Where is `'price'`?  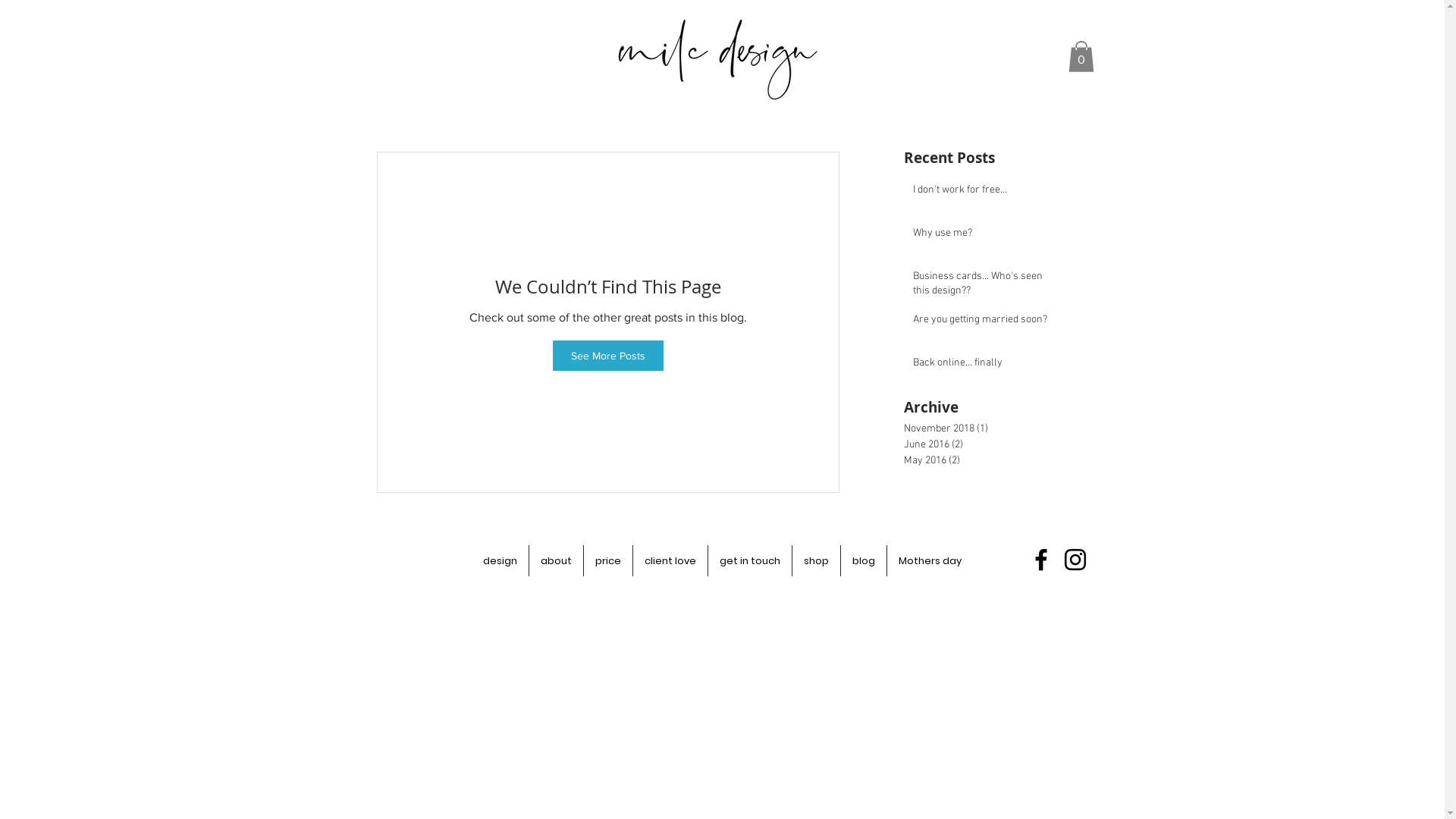
'price' is located at coordinates (607, 560).